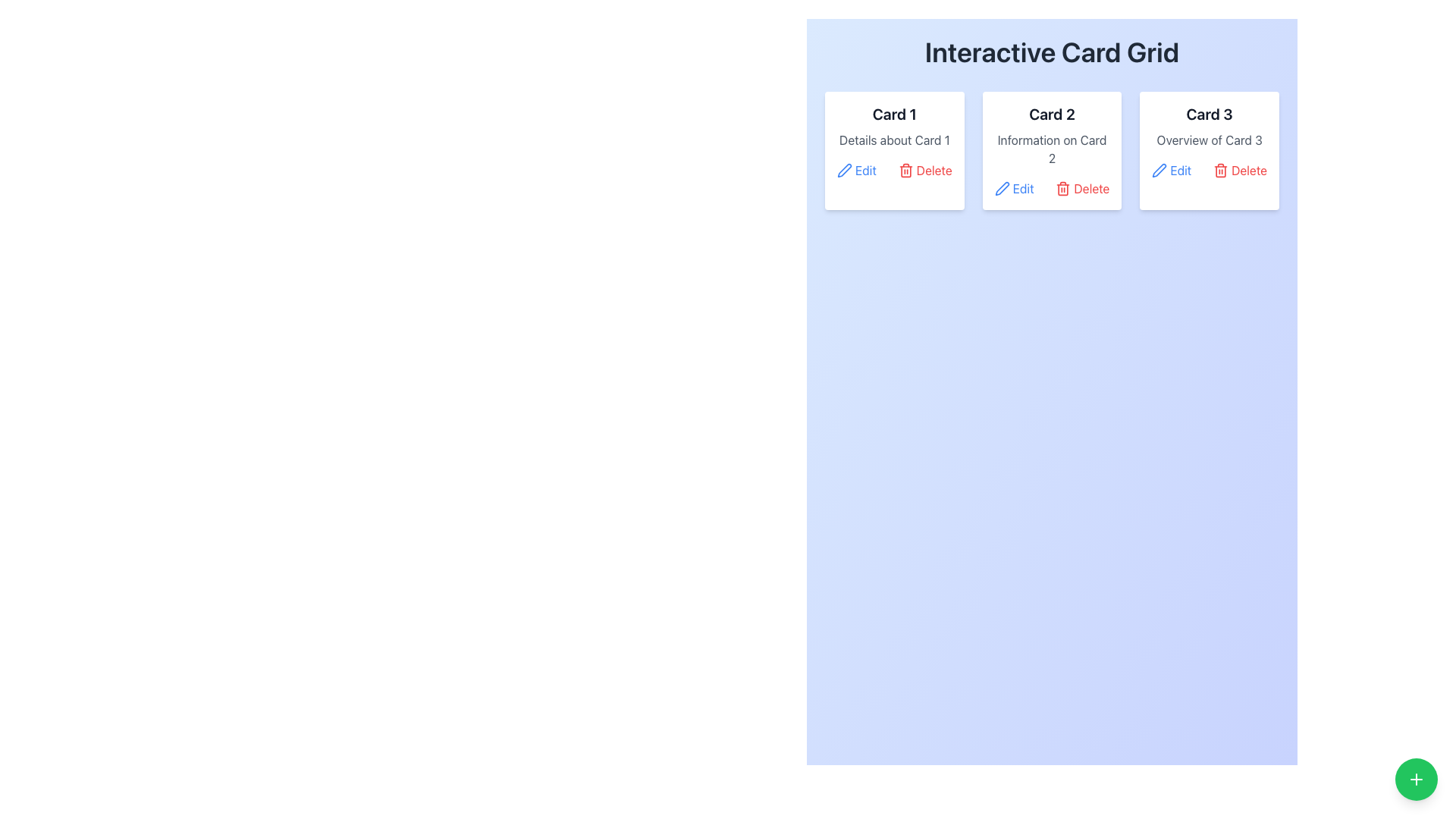 This screenshot has width=1456, height=819. What do you see at coordinates (1209, 151) in the screenshot?
I see `the interactive options card labeled 'Card 3' located in the top-right corner of the grid` at bounding box center [1209, 151].